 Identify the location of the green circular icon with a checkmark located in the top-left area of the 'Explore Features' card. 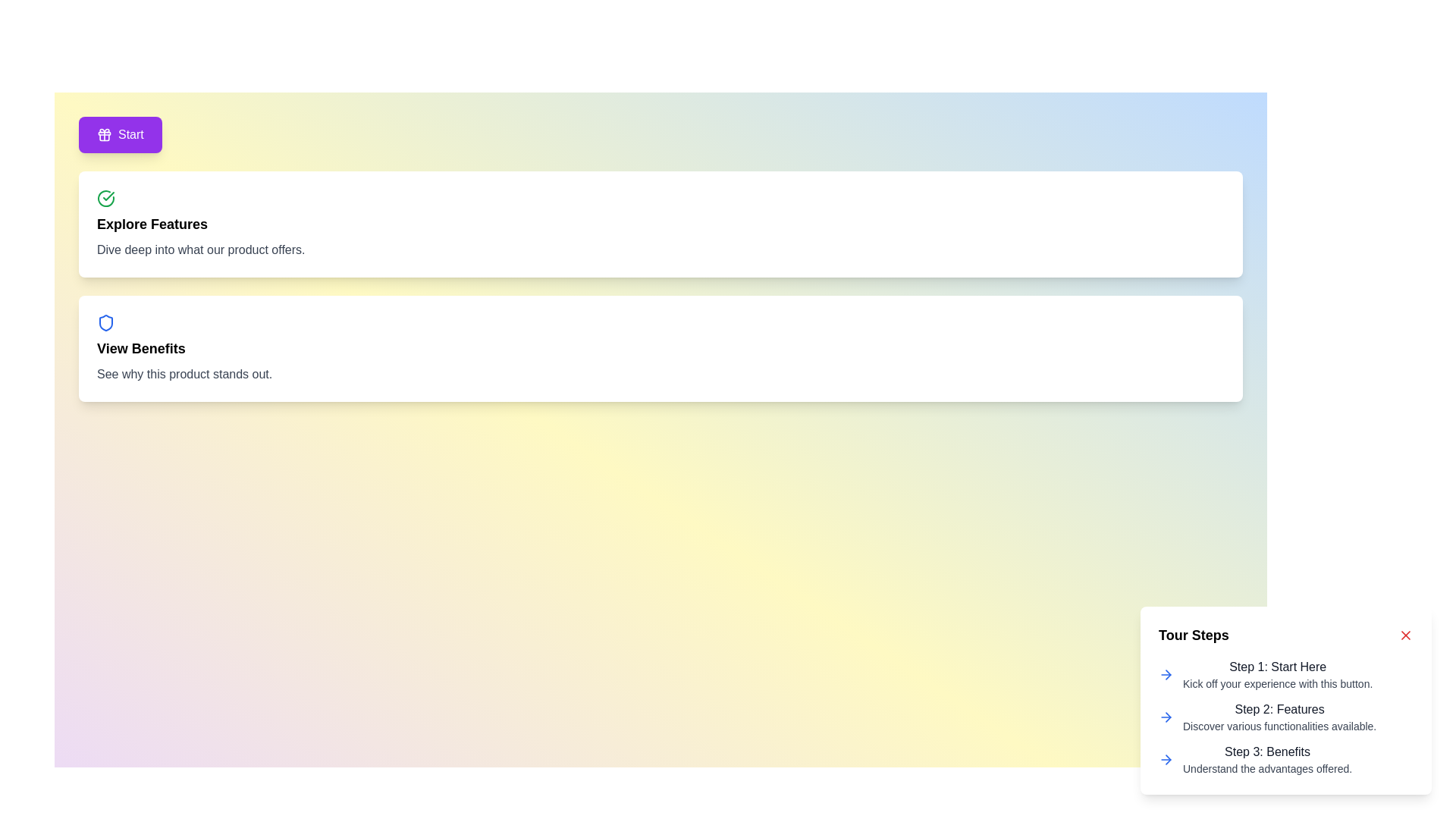
(105, 198).